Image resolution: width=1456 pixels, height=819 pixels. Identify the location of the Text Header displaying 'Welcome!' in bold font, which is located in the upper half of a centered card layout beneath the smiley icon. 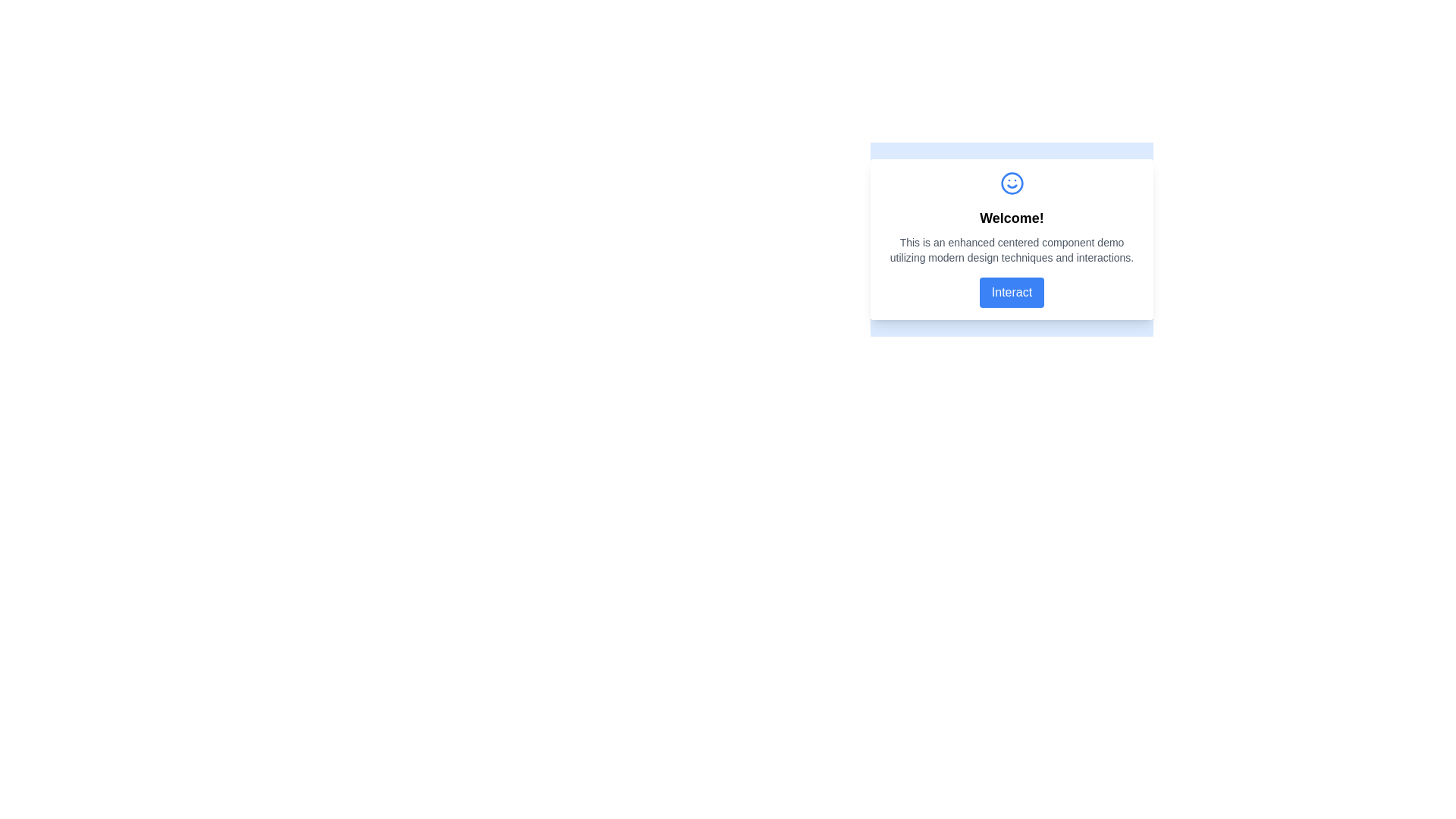
(1012, 218).